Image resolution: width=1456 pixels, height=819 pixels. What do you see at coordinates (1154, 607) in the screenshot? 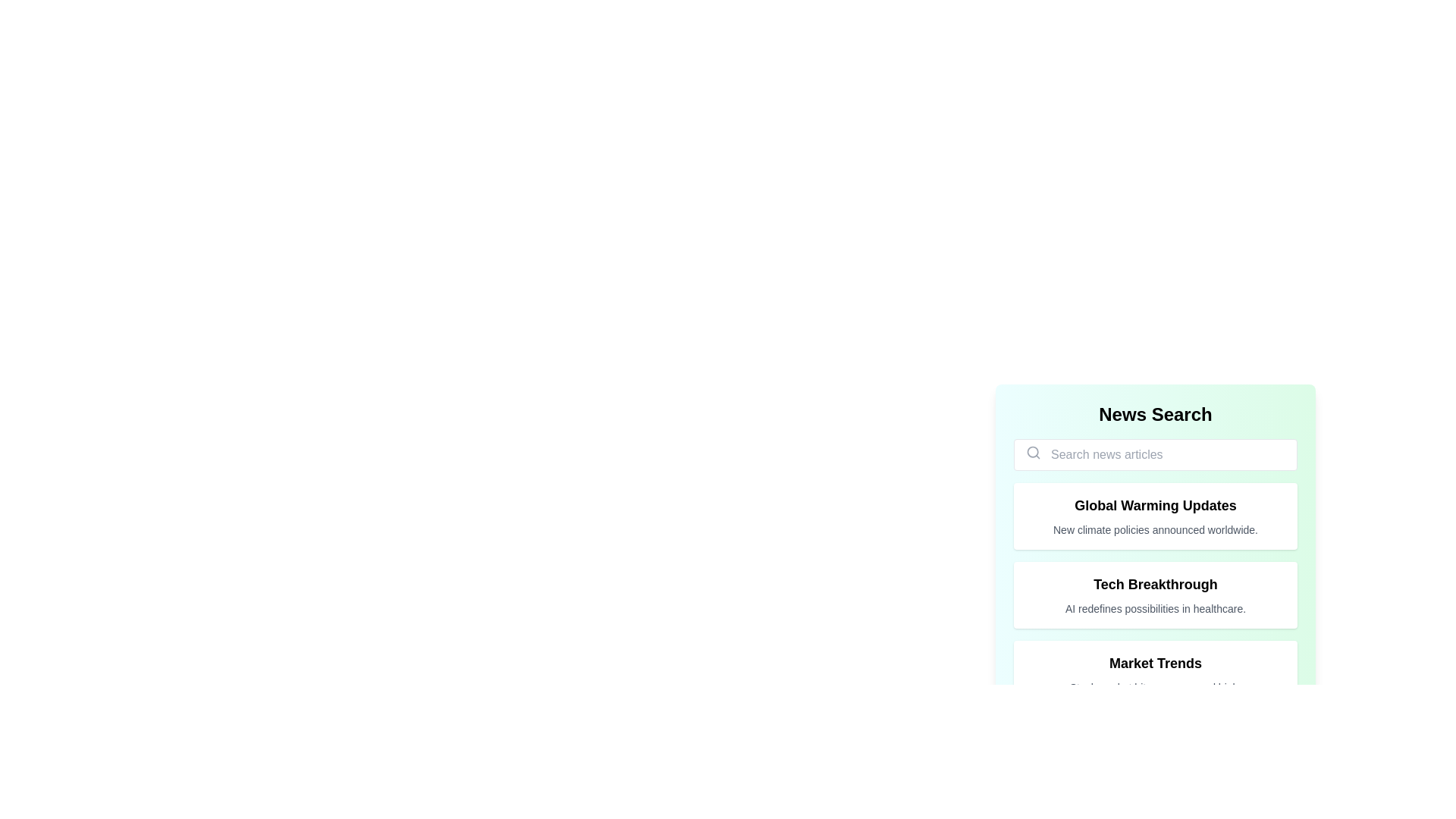
I see `the text content located within the highlighted card titled 'Tech Breakthrough,' positioned below the title text and centrally aligned` at bounding box center [1154, 607].